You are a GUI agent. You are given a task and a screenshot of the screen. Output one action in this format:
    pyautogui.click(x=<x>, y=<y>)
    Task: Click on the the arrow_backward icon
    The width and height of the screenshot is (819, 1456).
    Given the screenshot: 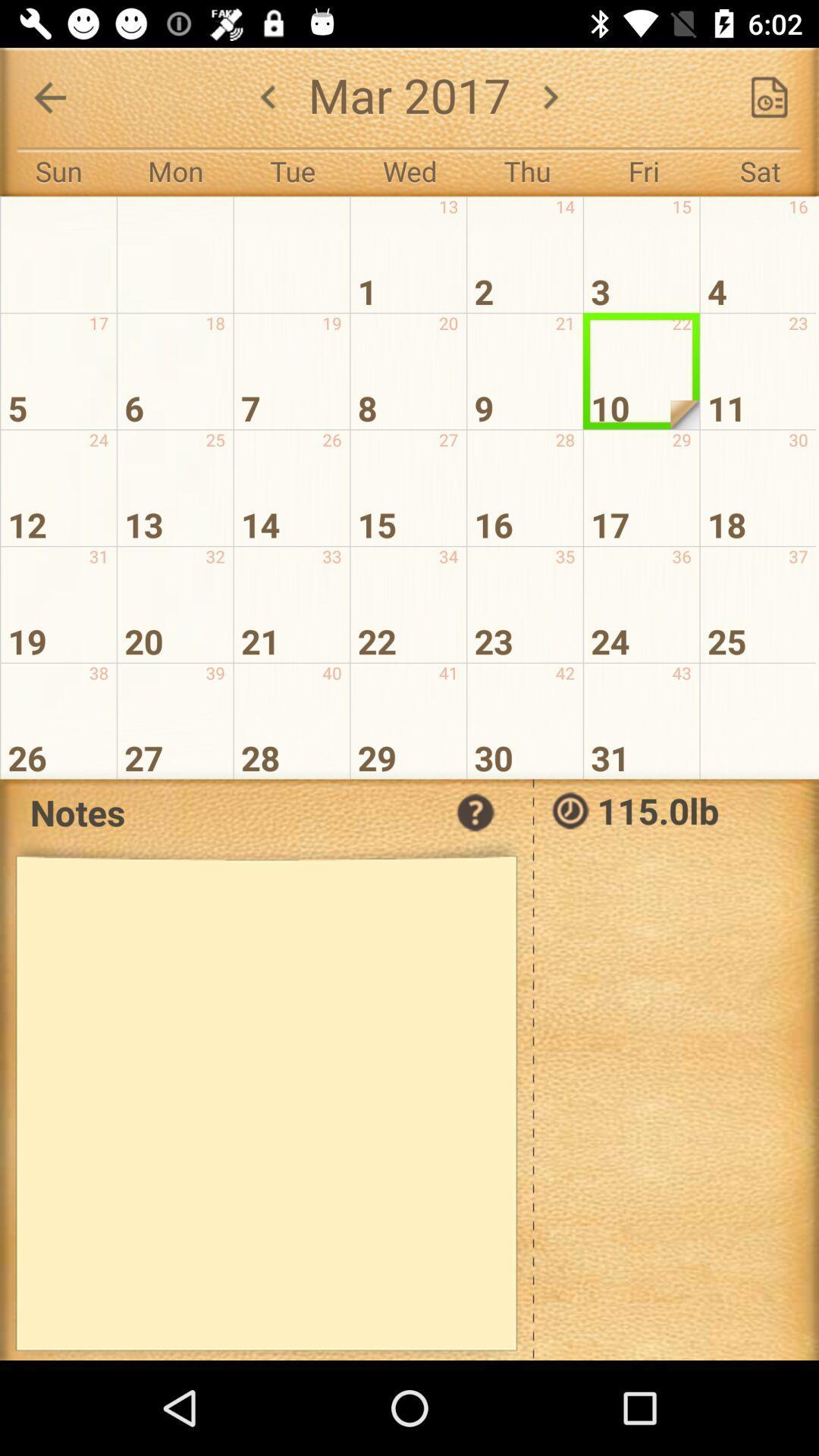 What is the action you would take?
    pyautogui.click(x=268, y=96)
    